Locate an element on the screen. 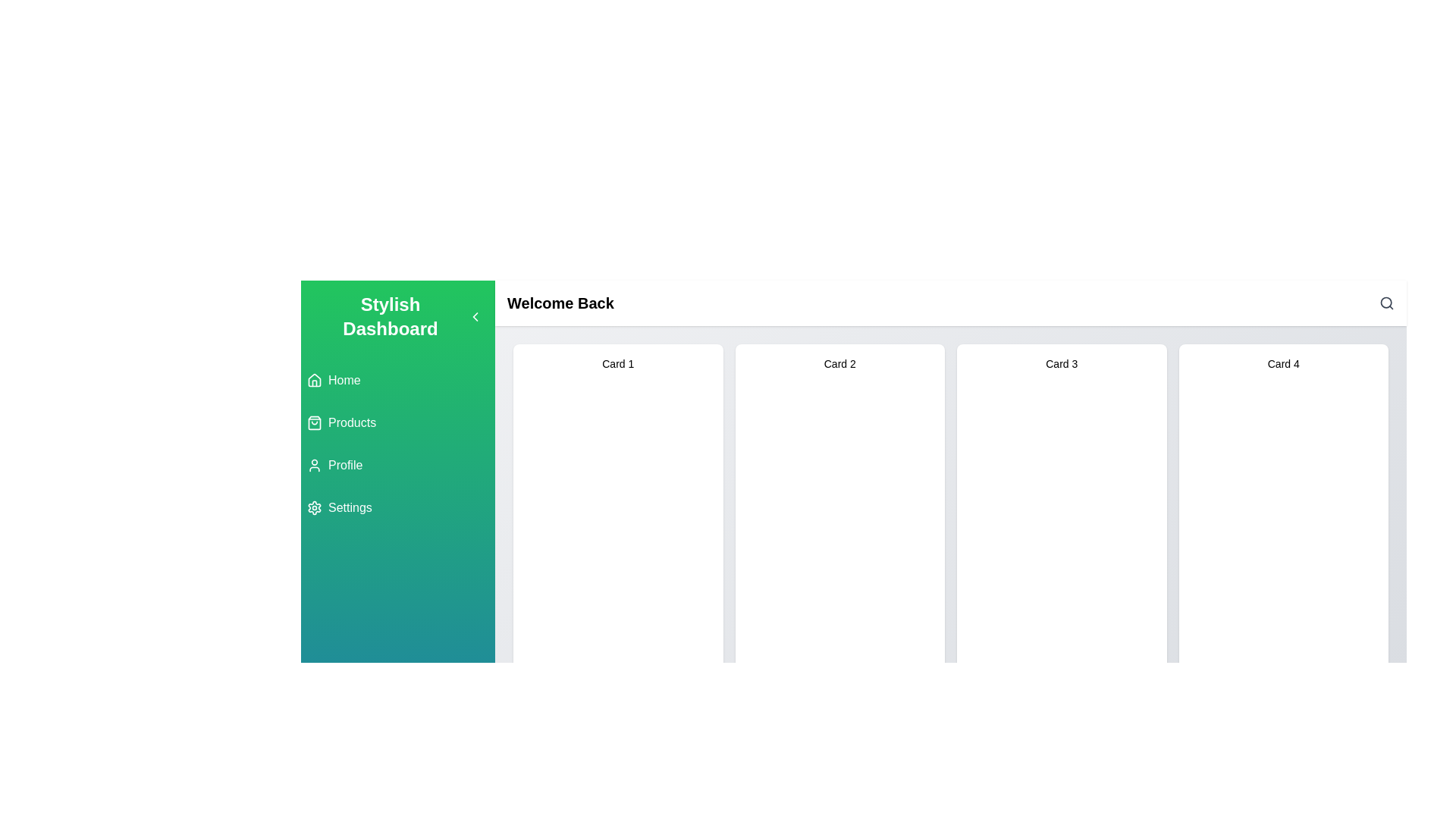  the second card element in the dashboard that changes background color on hover is located at coordinates (839, 525).